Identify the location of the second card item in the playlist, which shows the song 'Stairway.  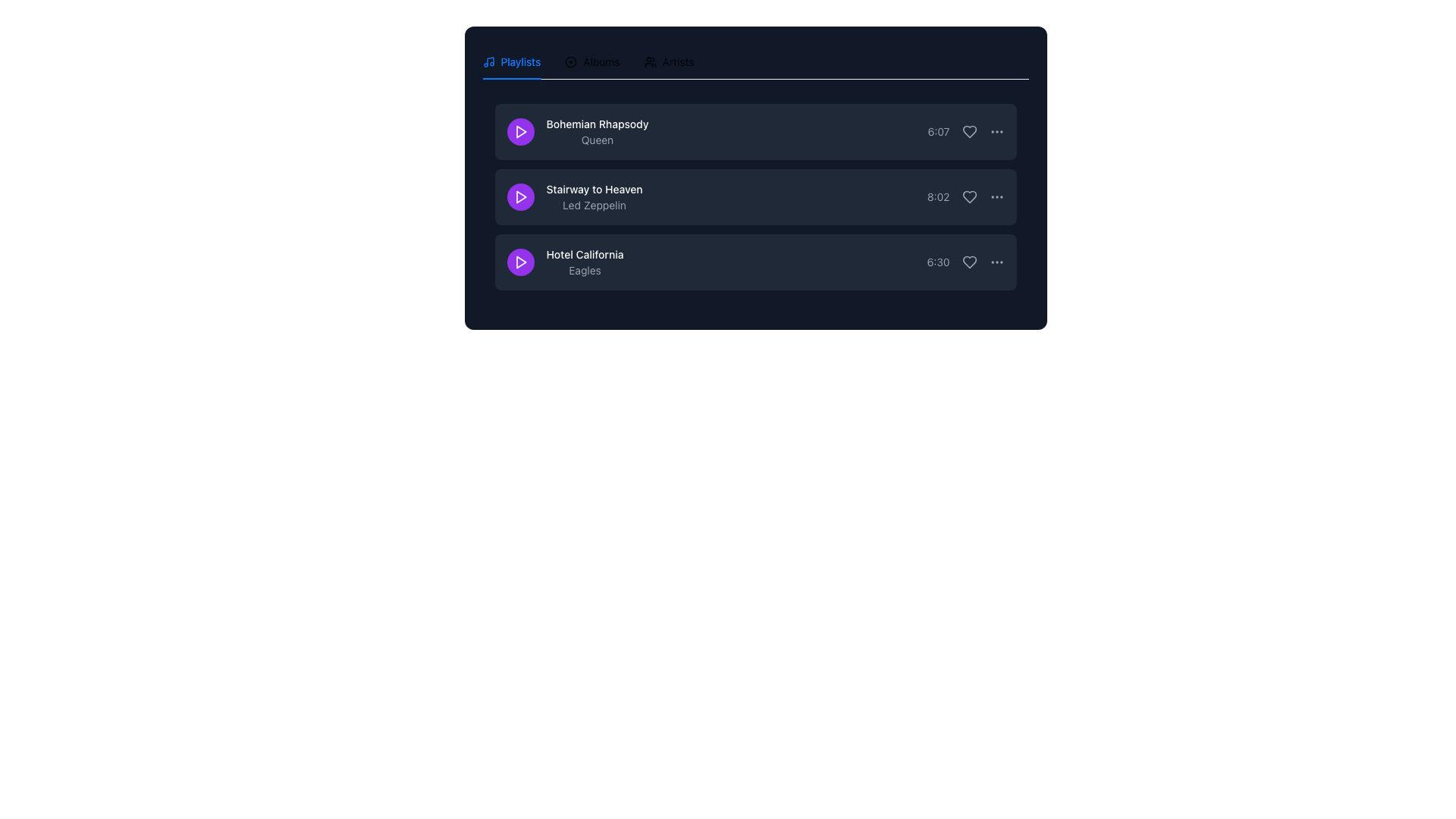
(755, 177).